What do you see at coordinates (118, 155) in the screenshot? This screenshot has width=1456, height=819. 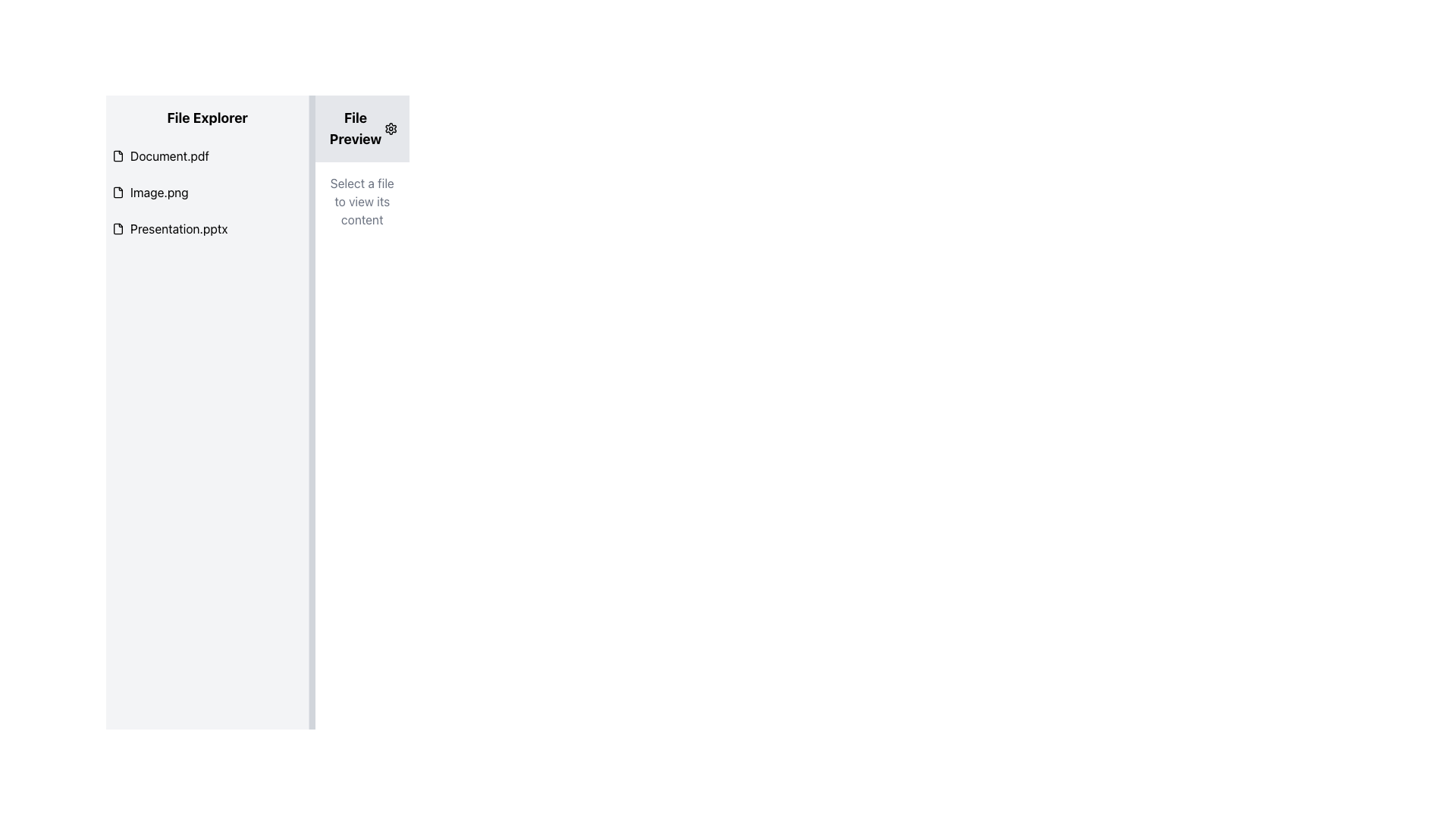 I see `the file icon for 'Document.pdf', located in the 'File Explorer' panel` at bounding box center [118, 155].